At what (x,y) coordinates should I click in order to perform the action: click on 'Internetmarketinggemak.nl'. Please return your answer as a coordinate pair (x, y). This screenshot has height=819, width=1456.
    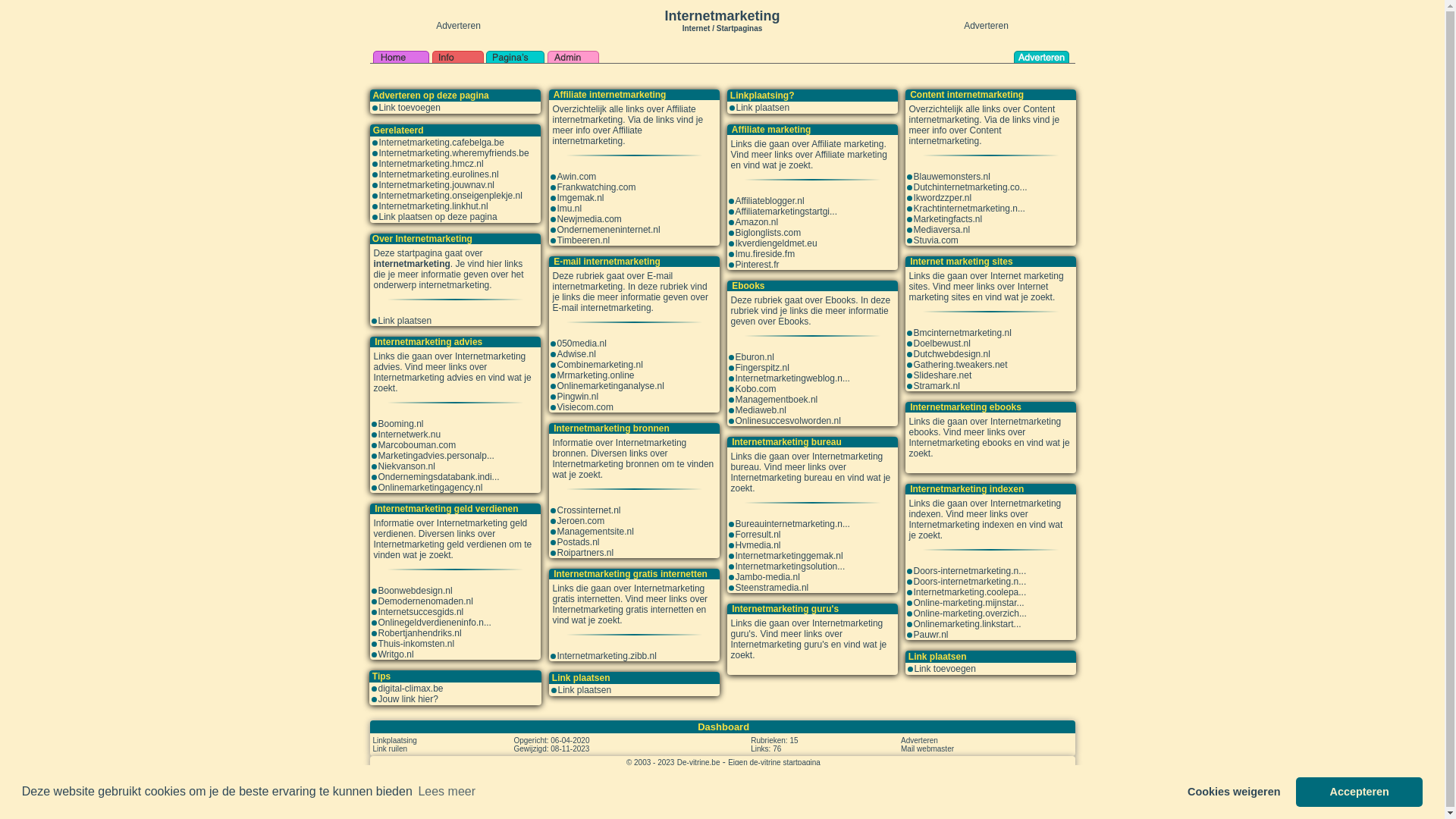
    Looking at the image, I should click on (789, 555).